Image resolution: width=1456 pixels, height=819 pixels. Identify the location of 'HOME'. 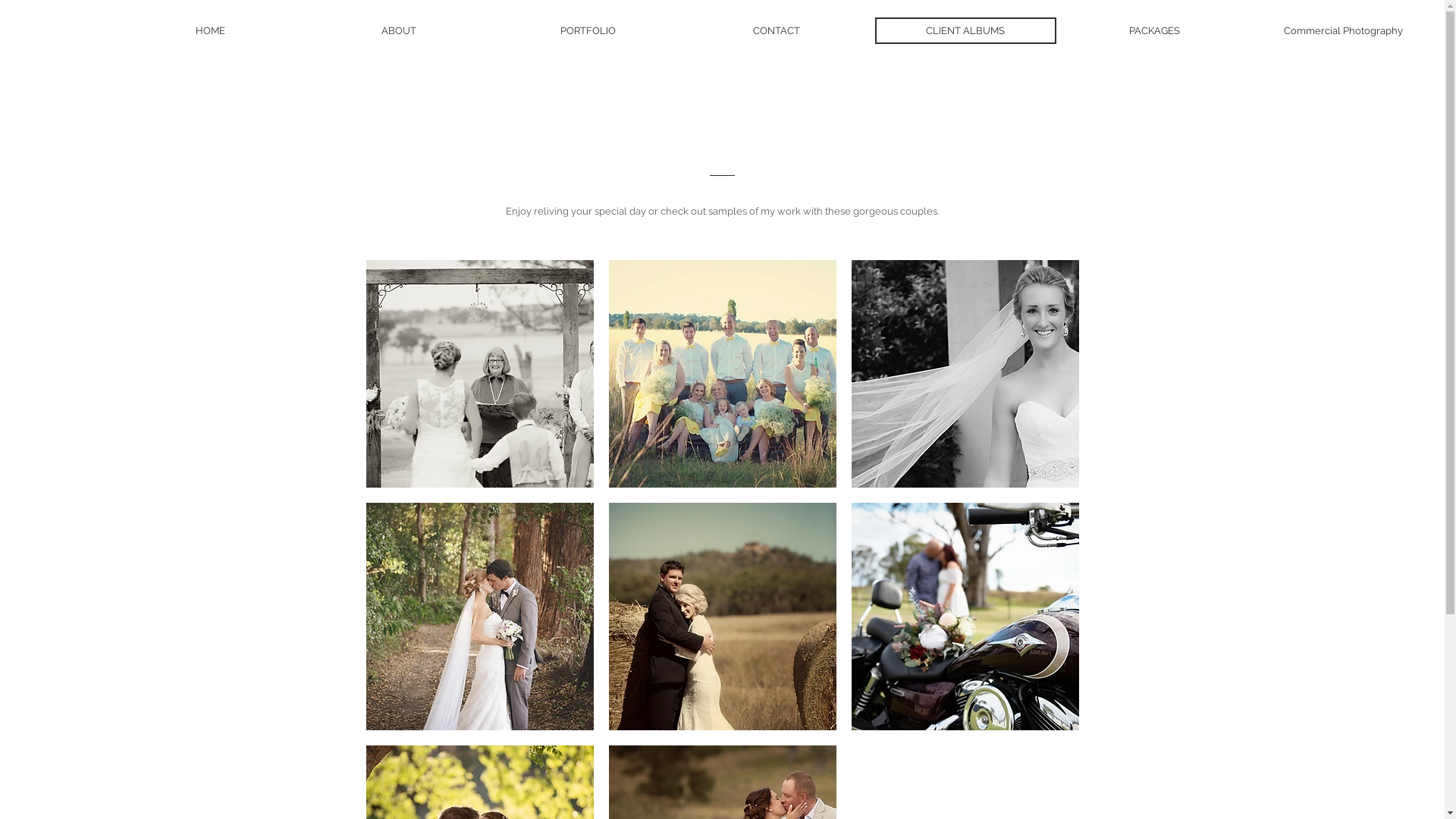
(209, 30).